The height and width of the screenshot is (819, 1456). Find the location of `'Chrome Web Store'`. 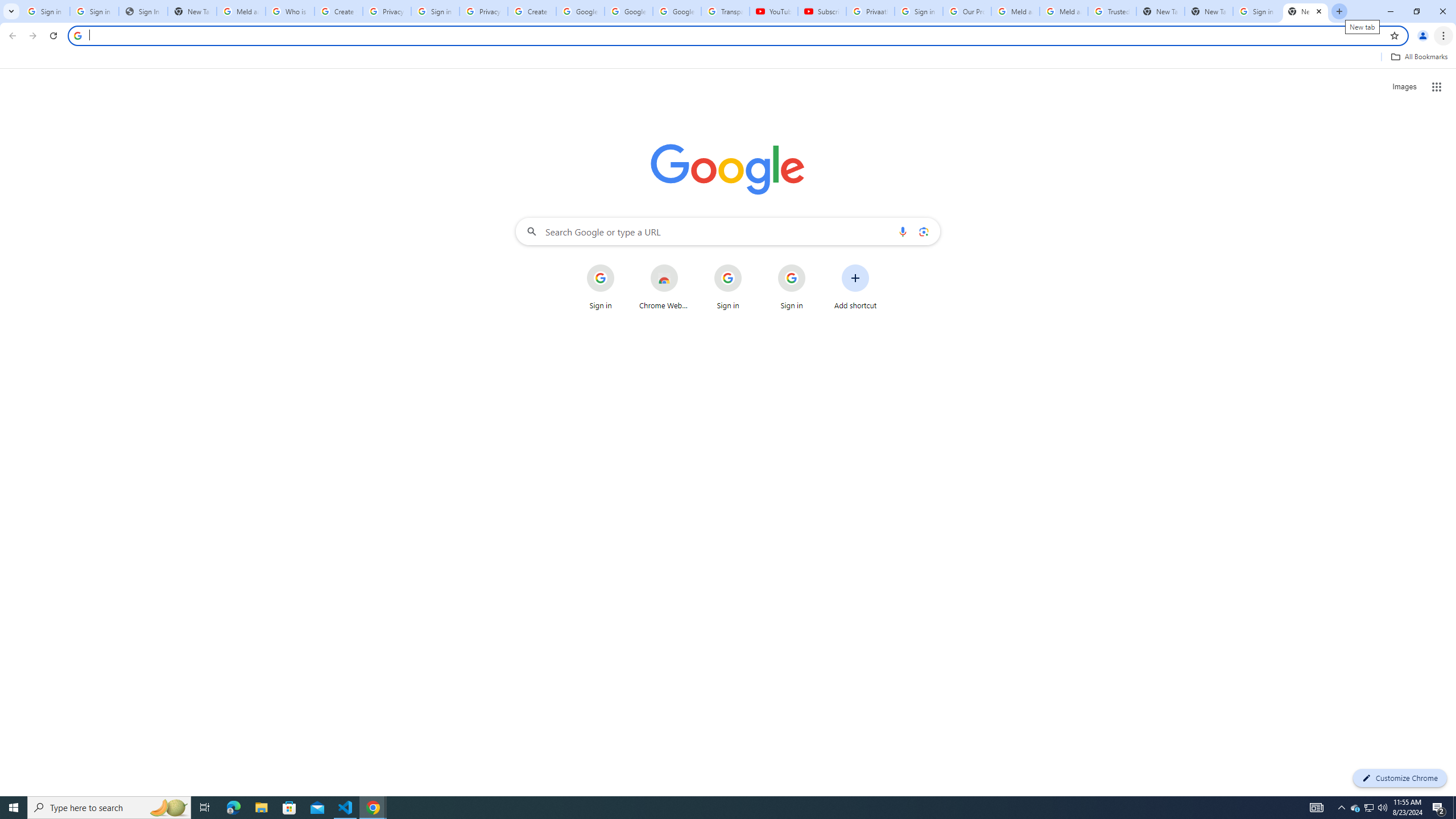

'Chrome Web Store' is located at coordinates (663, 287).